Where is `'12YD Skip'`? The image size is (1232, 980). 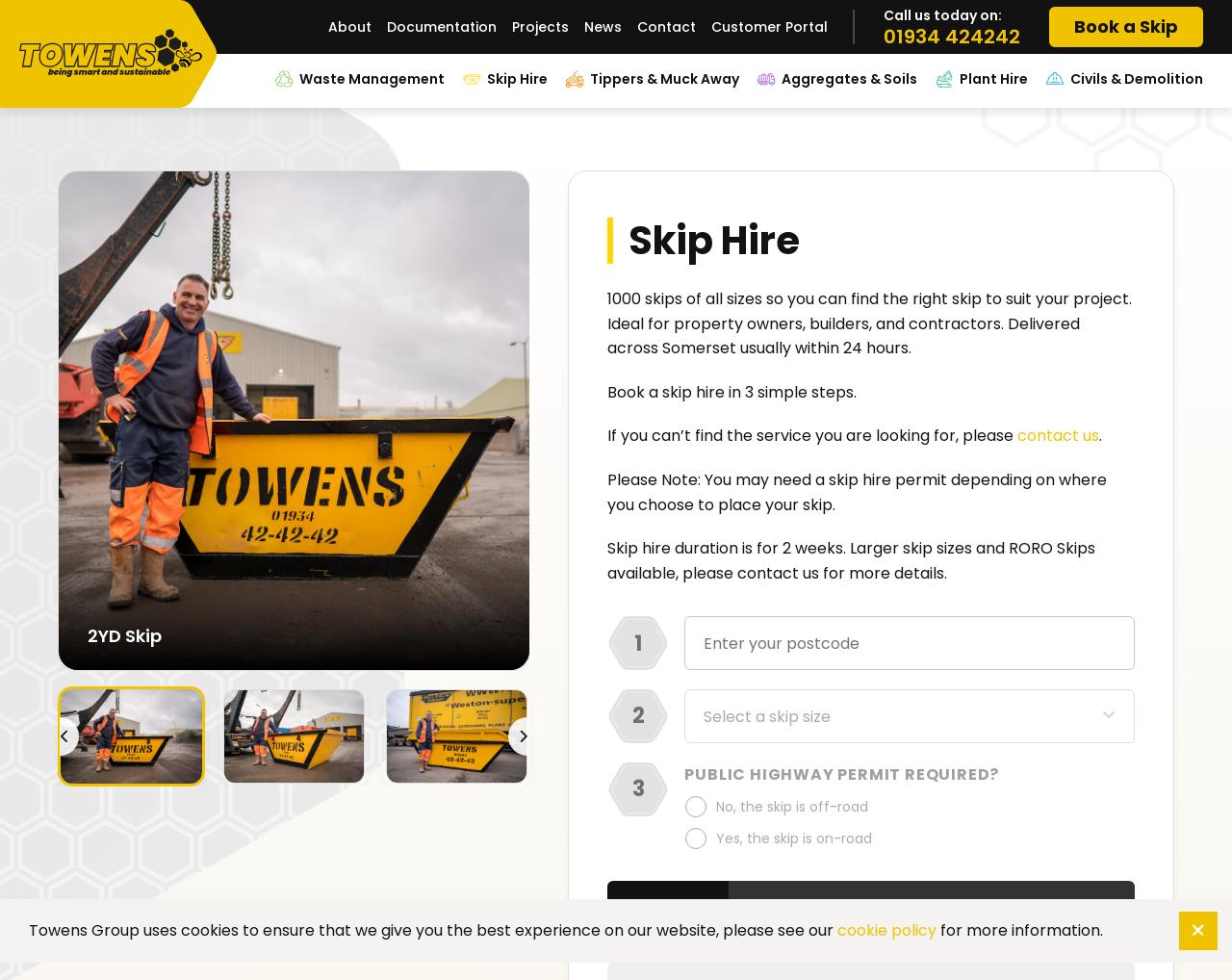 '12YD Skip' is located at coordinates (126, 634).